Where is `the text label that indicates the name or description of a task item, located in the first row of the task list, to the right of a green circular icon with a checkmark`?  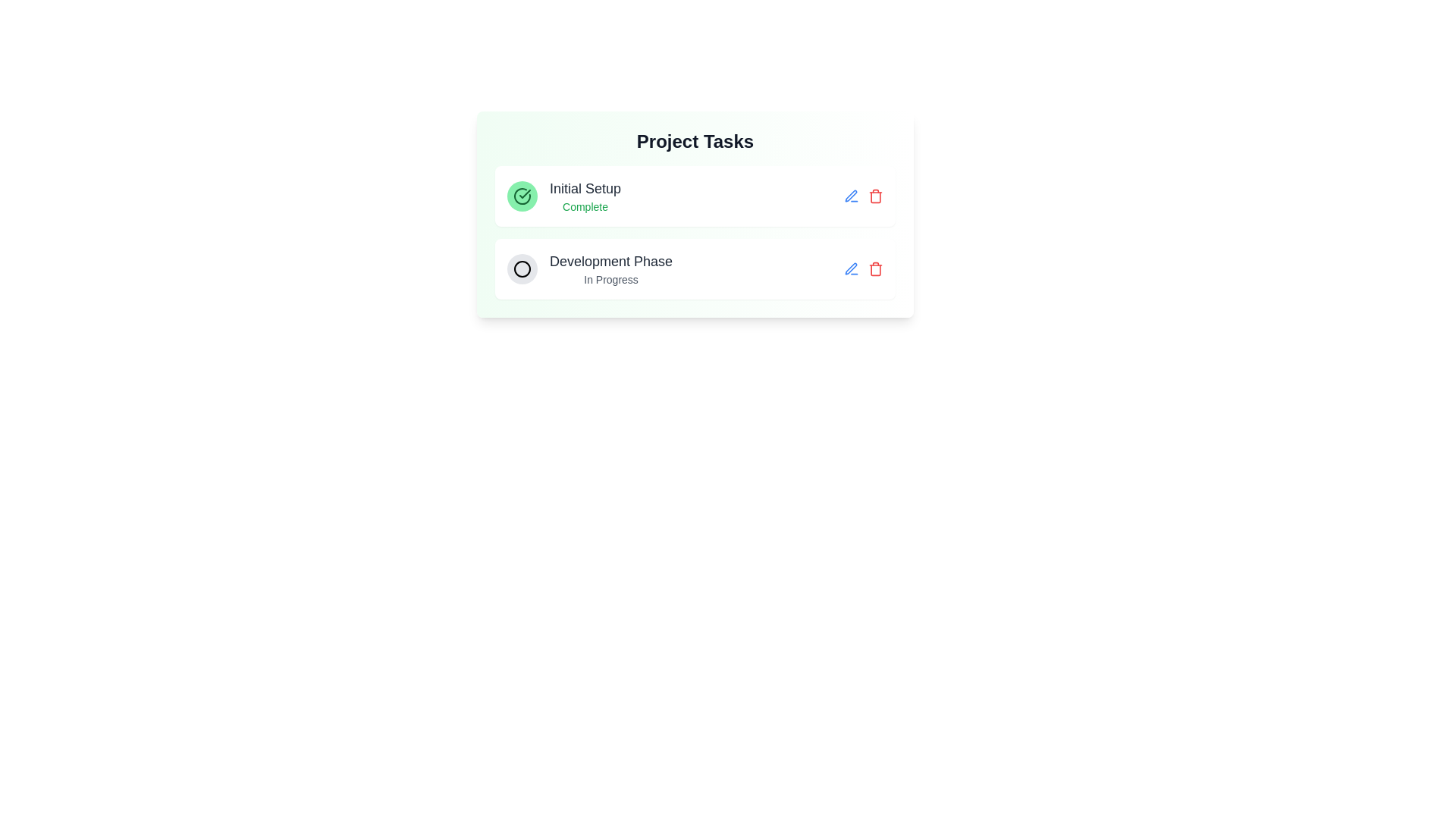 the text label that indicates the name or description of a task item, located in the first row of the task list, to the right of a green circular icon with a checkmark is located at coordinates (585, 188).